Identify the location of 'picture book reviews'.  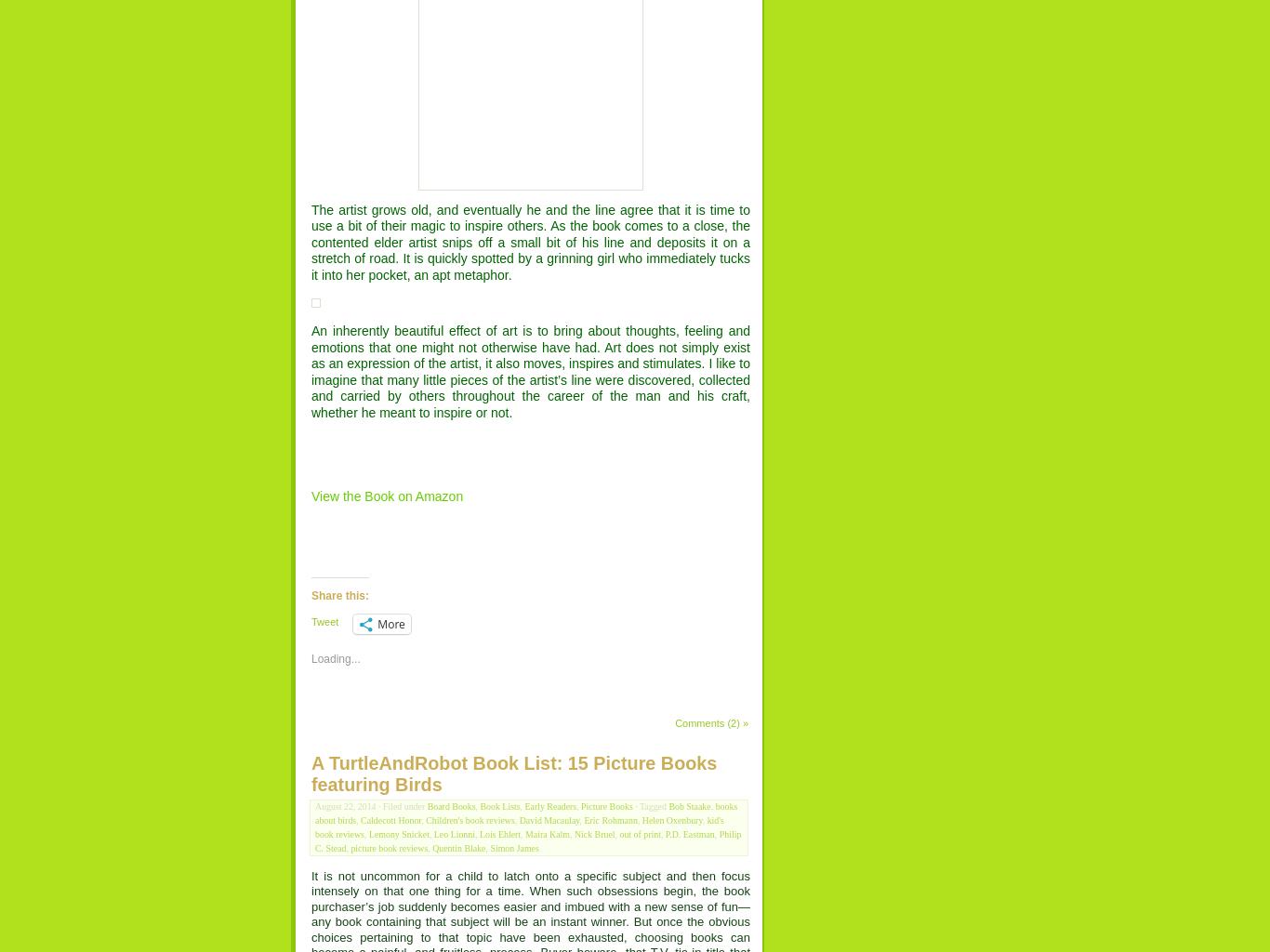
(350, 846).